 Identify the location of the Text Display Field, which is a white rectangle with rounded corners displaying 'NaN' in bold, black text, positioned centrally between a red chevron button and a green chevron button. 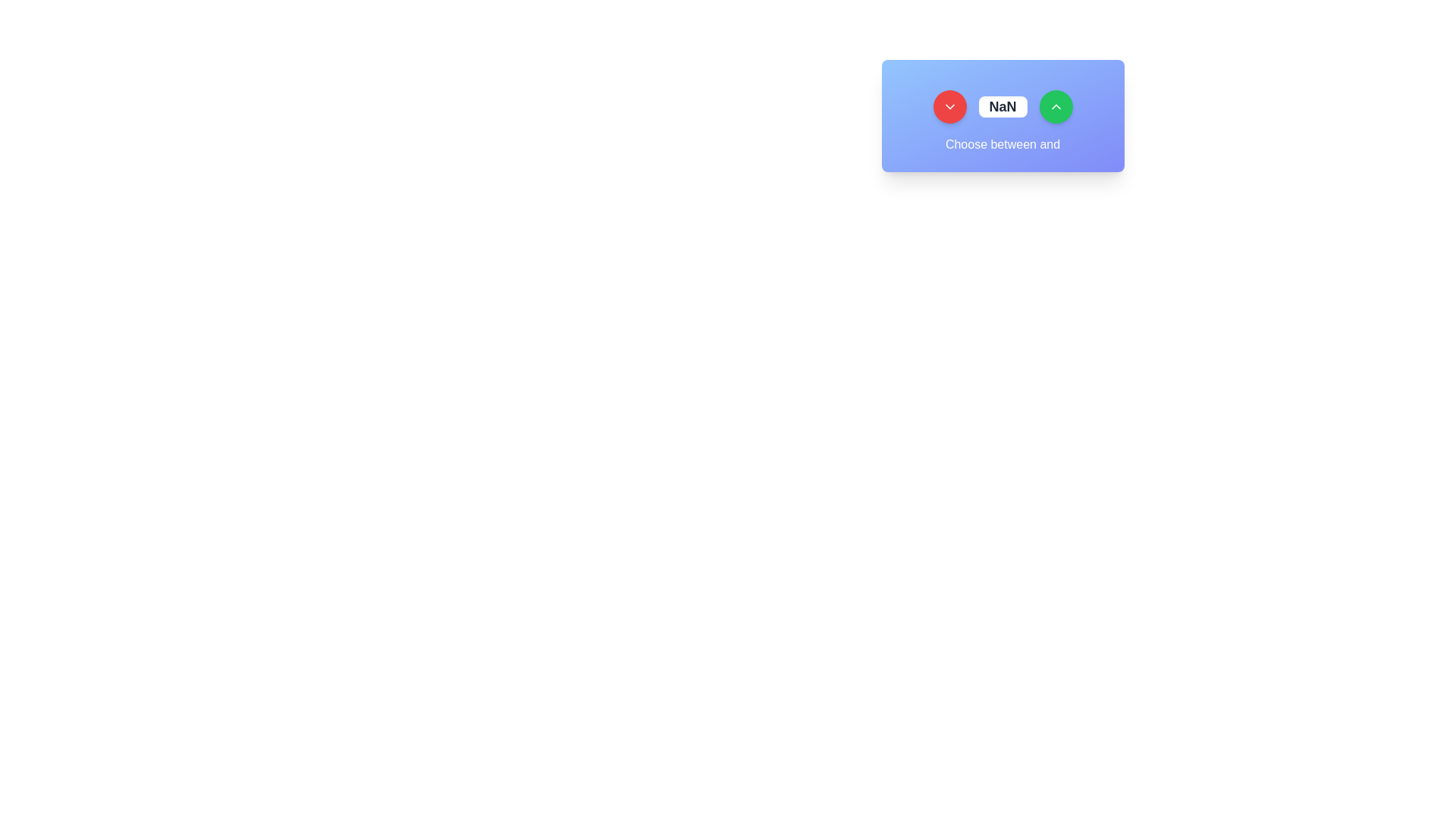
(1003, 106).